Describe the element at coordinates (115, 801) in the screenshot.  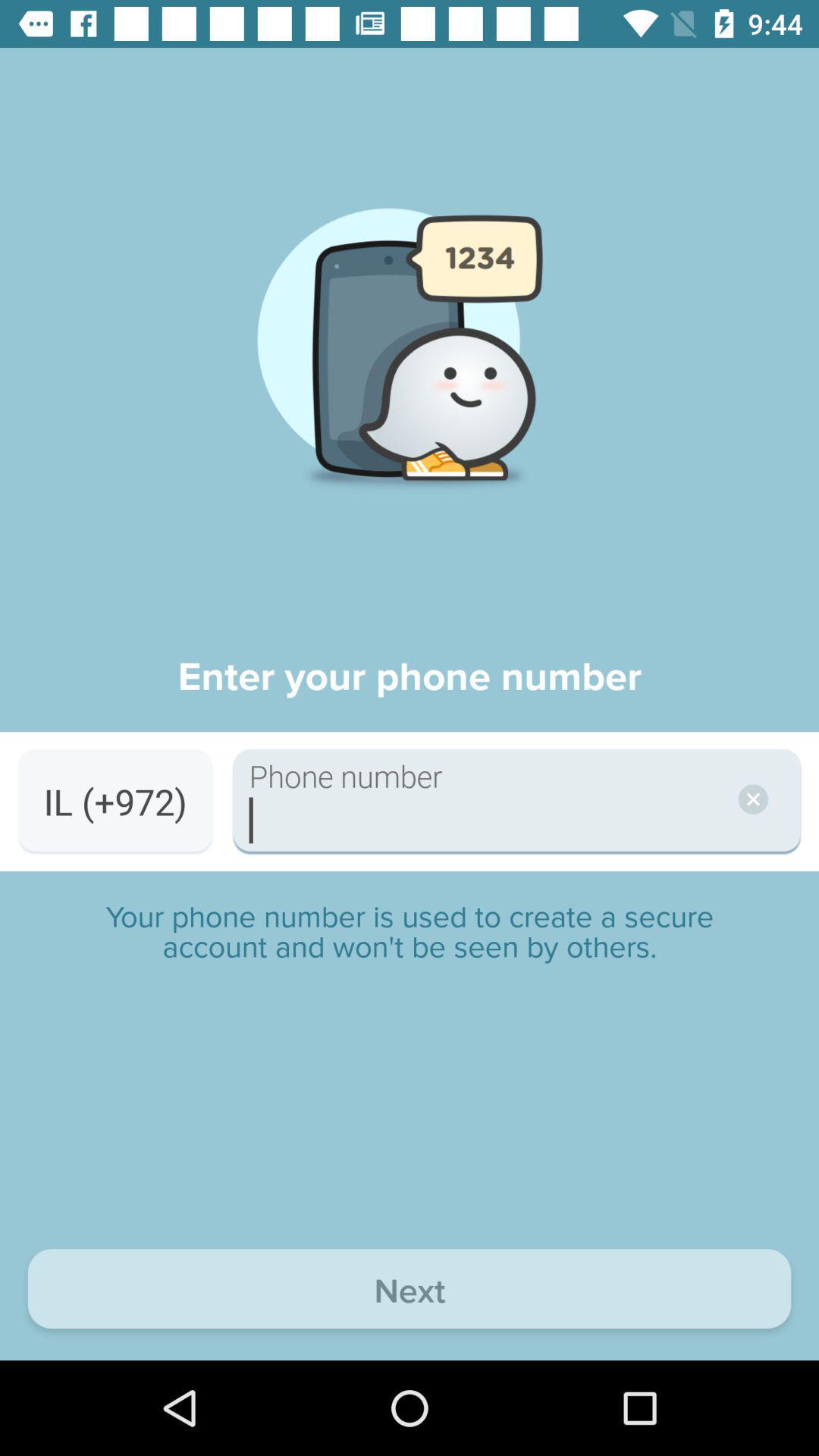
I see `the il (+972) item` at that location.